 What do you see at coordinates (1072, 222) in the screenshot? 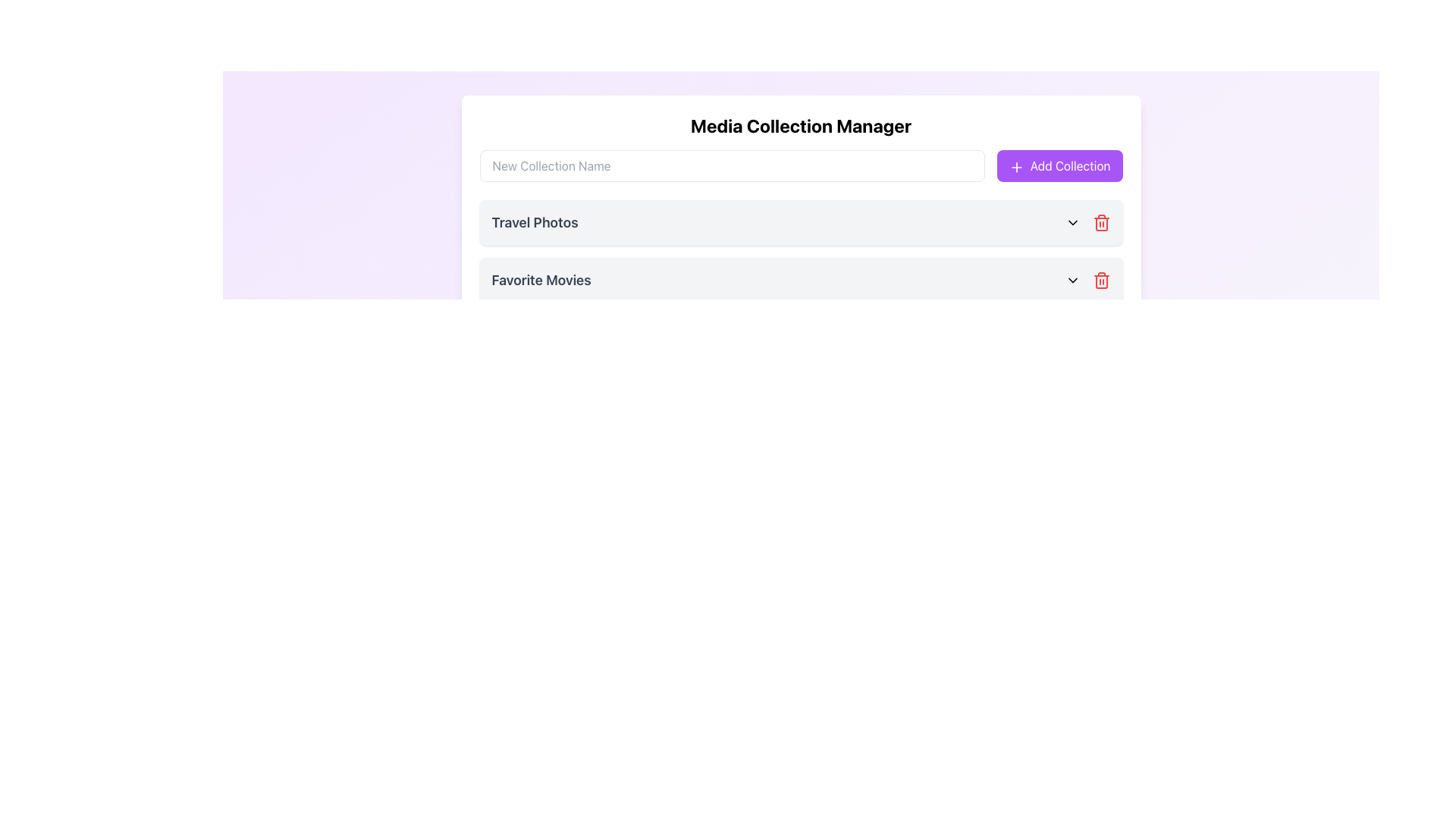
I see `the downward-facing chevron icon to the right of the 'Favorite Movies' item in the second row` at bounding box center [1072, 222].